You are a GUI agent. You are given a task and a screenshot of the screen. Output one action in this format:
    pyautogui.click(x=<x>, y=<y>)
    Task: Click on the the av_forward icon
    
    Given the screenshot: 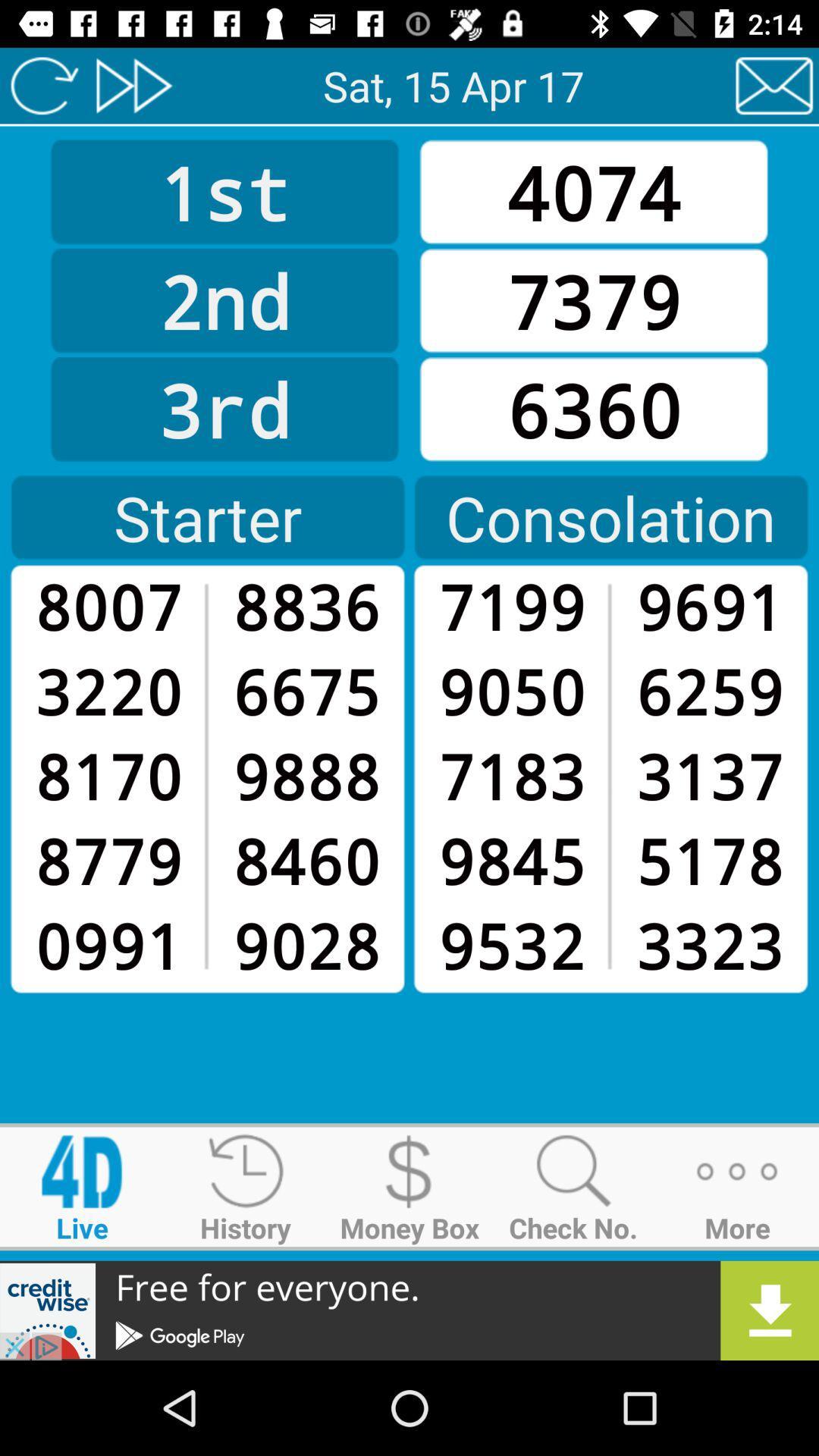 What is the action you would take?
    pyautogui.click(x=133, y=85)
    